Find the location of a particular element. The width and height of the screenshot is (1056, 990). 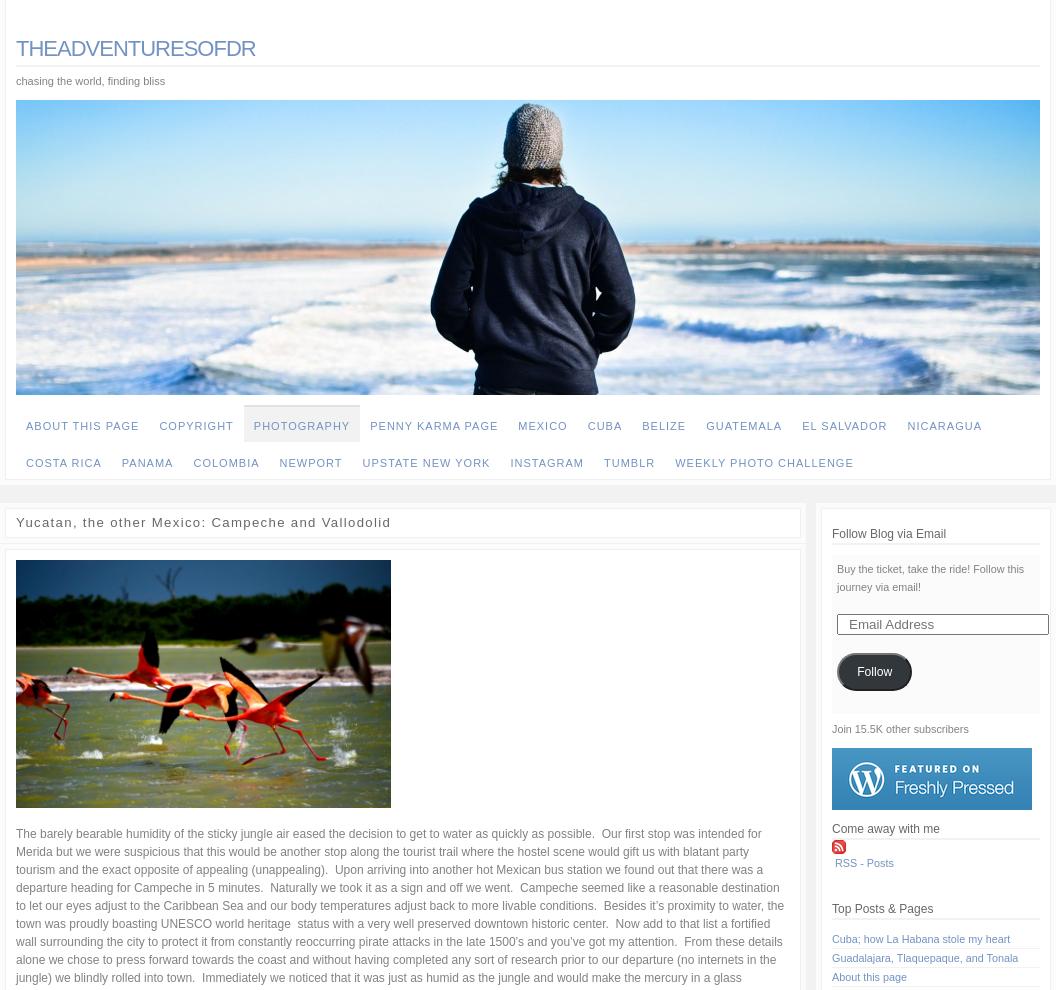

'Follow' is located at coordinates (873, 672).